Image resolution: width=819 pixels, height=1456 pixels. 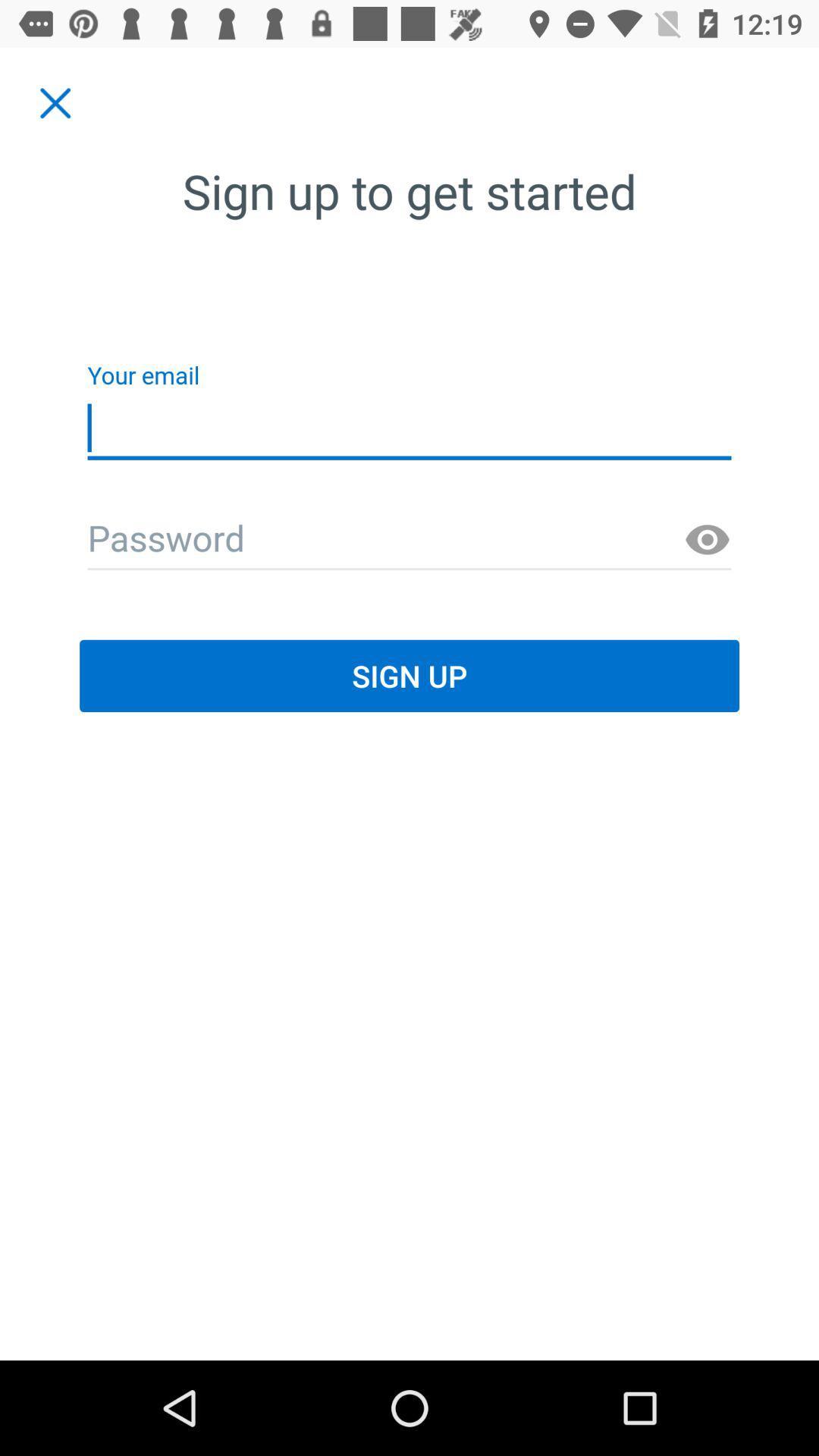 I want to click on password field, so click(x=409, y=540).